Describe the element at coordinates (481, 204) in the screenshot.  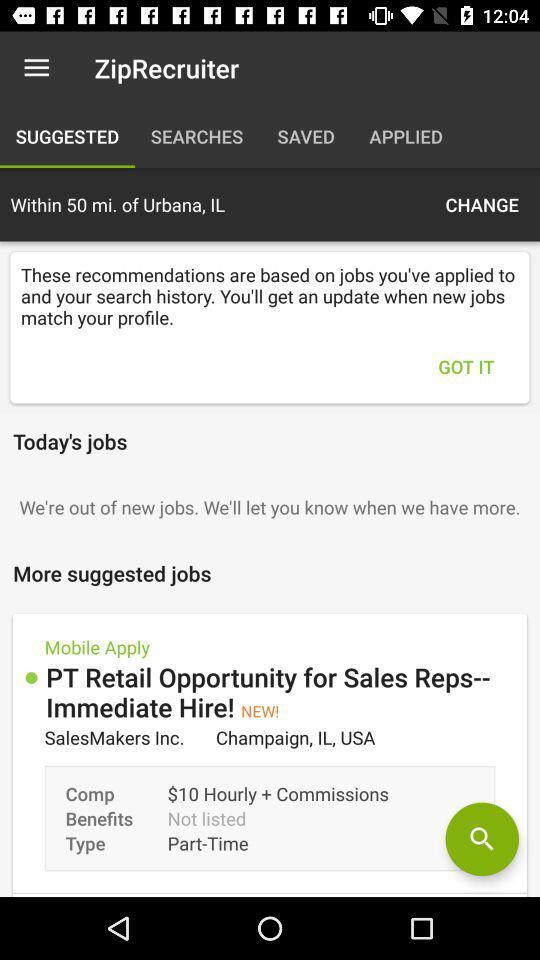
I see `the item next to the within 50 mi item` at that location.